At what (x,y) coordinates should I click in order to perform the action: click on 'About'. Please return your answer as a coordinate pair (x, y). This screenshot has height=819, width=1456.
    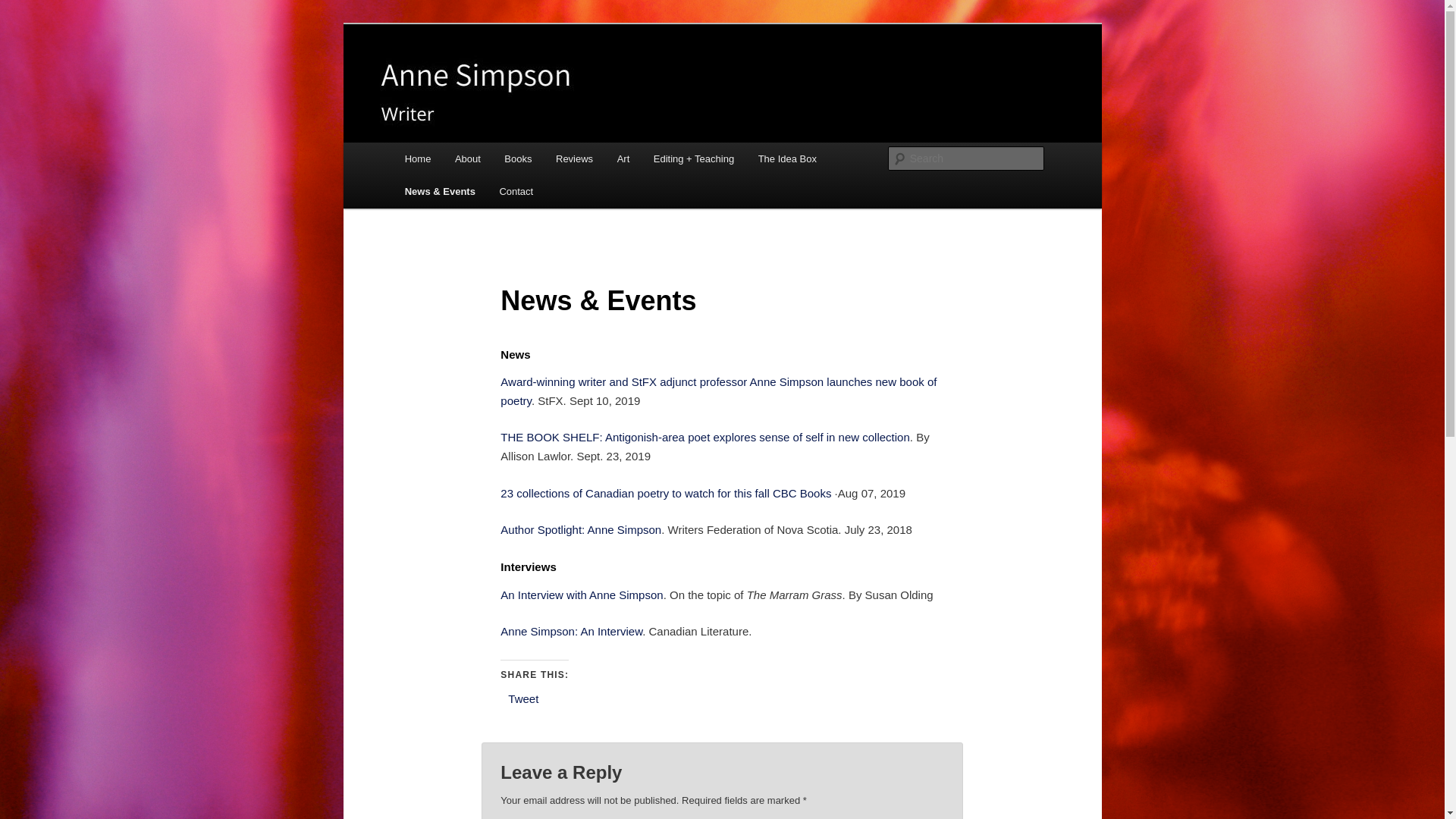
    Looking at the image, I should click on (466, 158).